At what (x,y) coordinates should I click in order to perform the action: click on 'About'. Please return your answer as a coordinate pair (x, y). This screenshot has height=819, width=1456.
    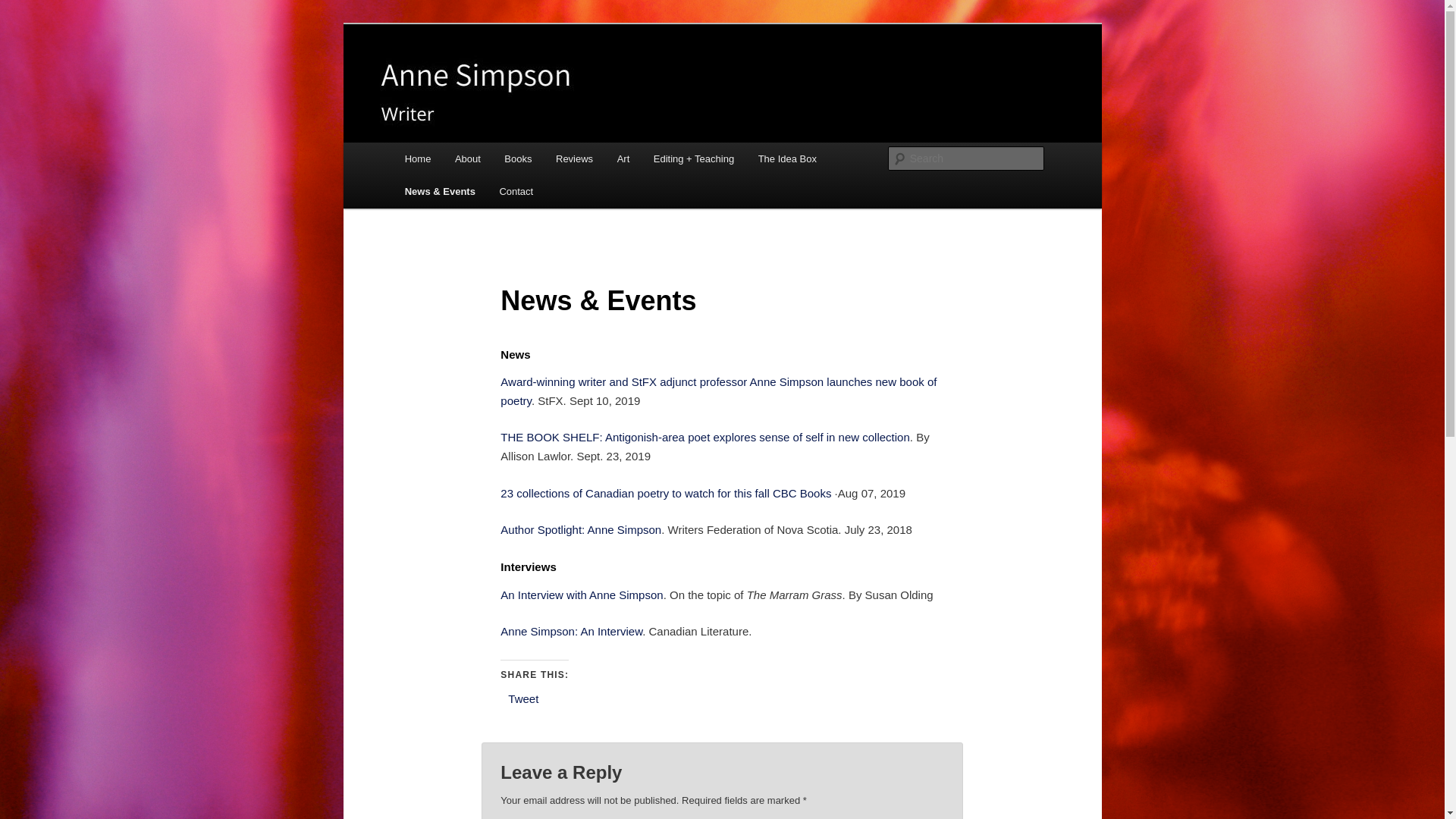
    Looking at the image, I should click on (466, 158).